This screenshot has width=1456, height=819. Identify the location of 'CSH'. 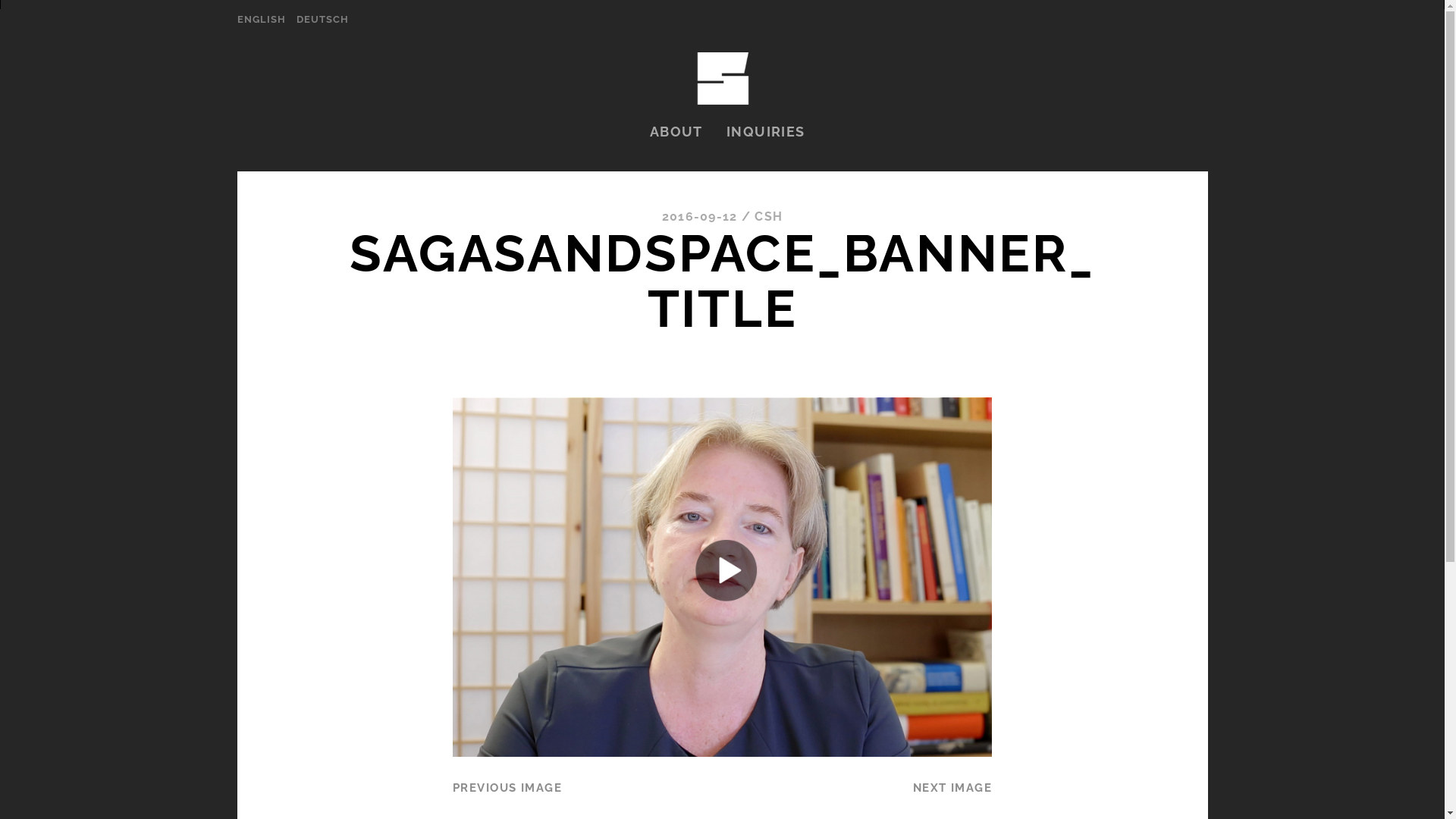
(754, 216).